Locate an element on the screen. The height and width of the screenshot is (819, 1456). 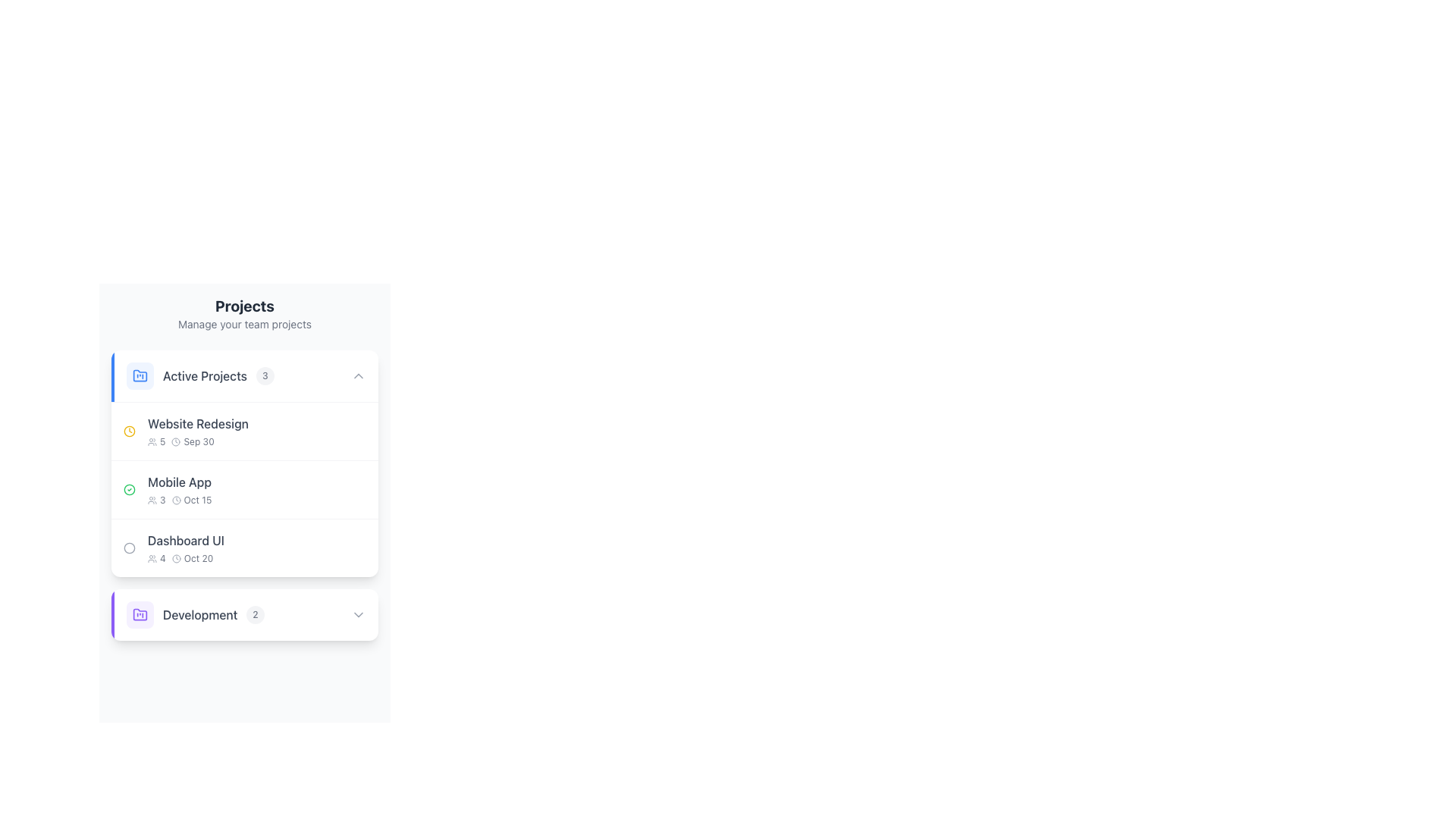
on the 'Mobile App' text display within the 'Active Projects' section is located at coordinates (180, 489).